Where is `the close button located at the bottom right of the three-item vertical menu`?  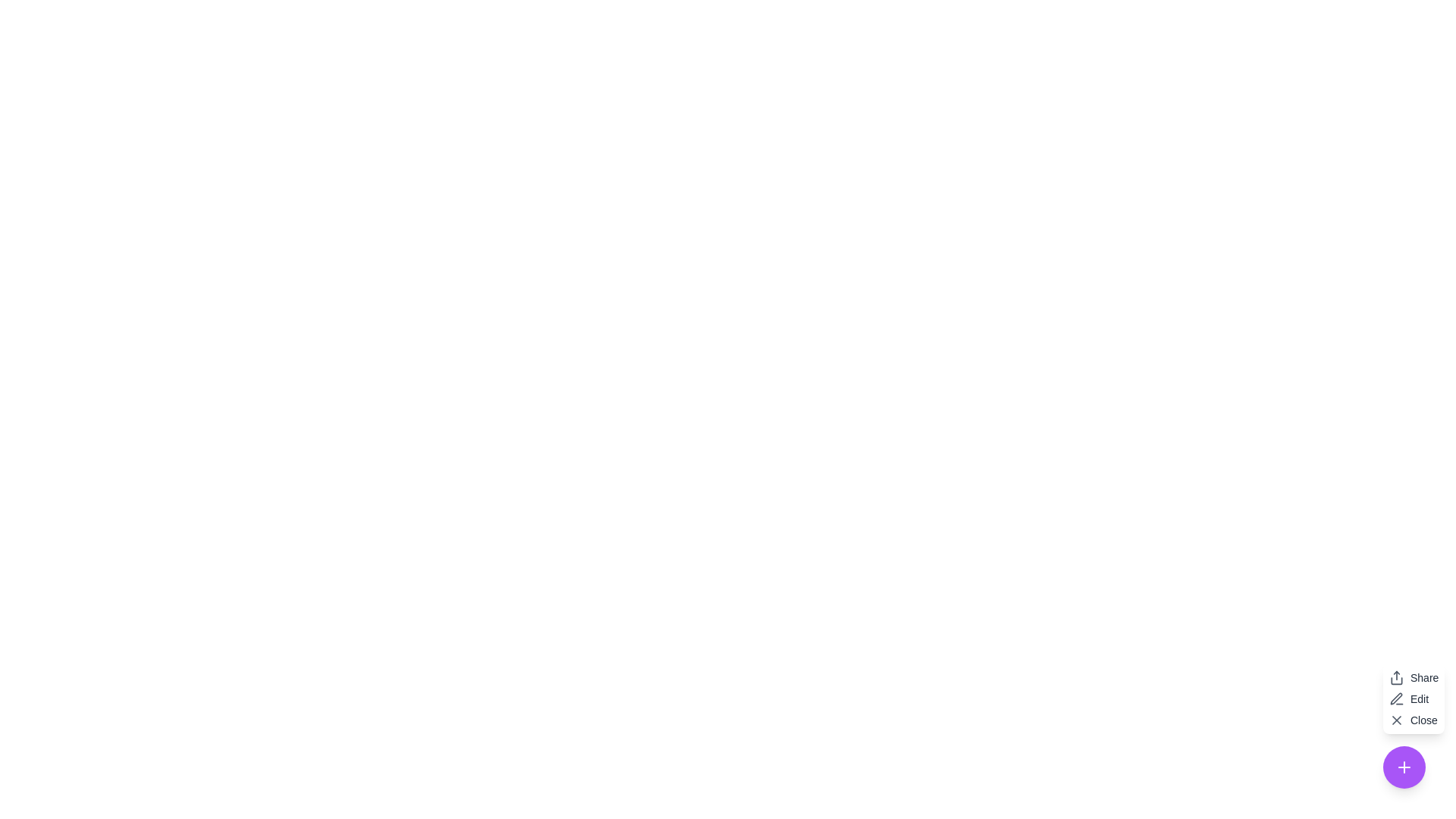 the close button located at the bottom right of the three-item vertical menu is located at coordinates (1413, 719).